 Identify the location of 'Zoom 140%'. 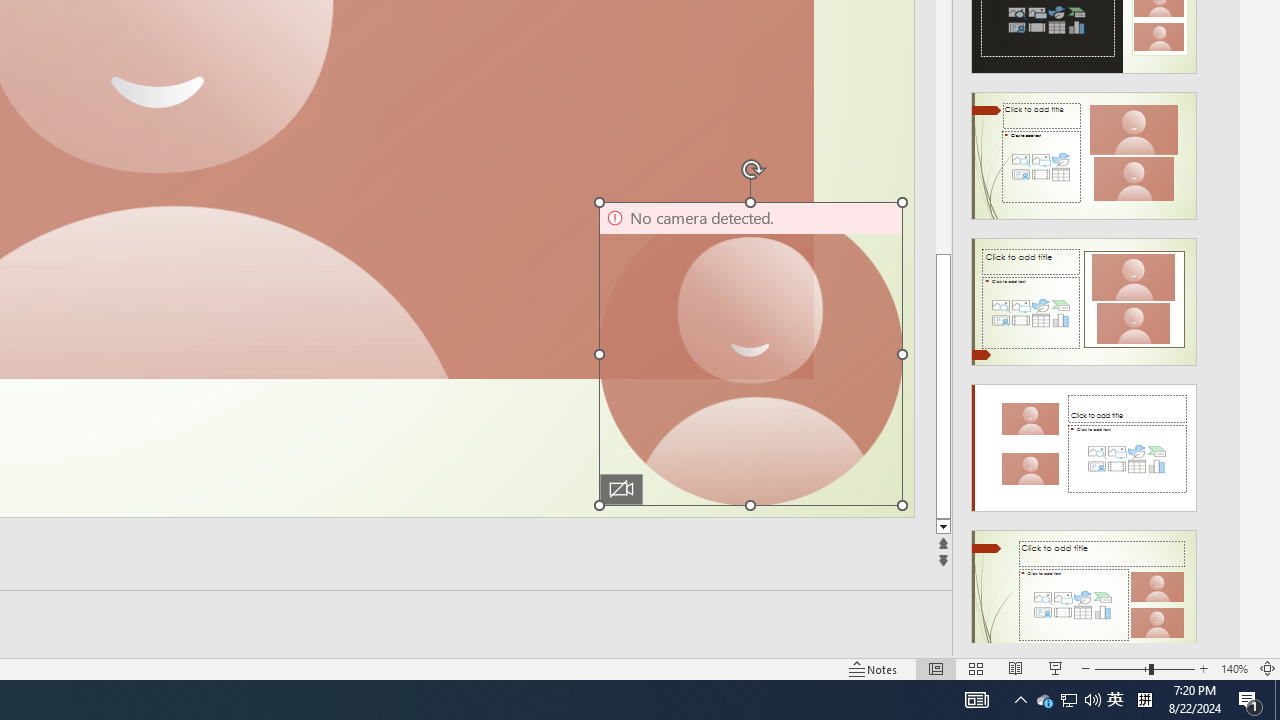
(1233, 669).